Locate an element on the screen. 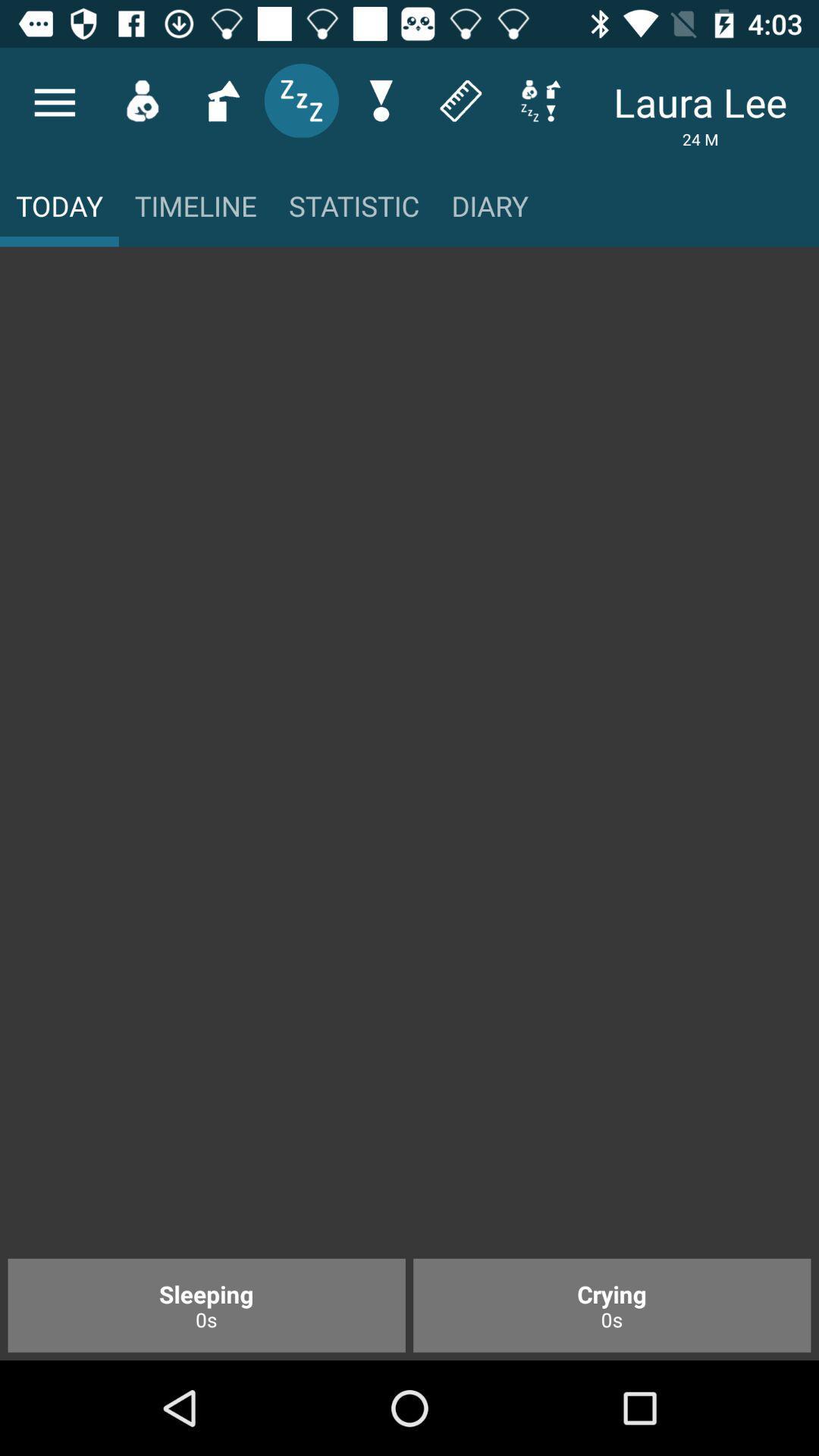 The image size is (819, 1456). item next to the crying is located at coordinates (206, 1304).